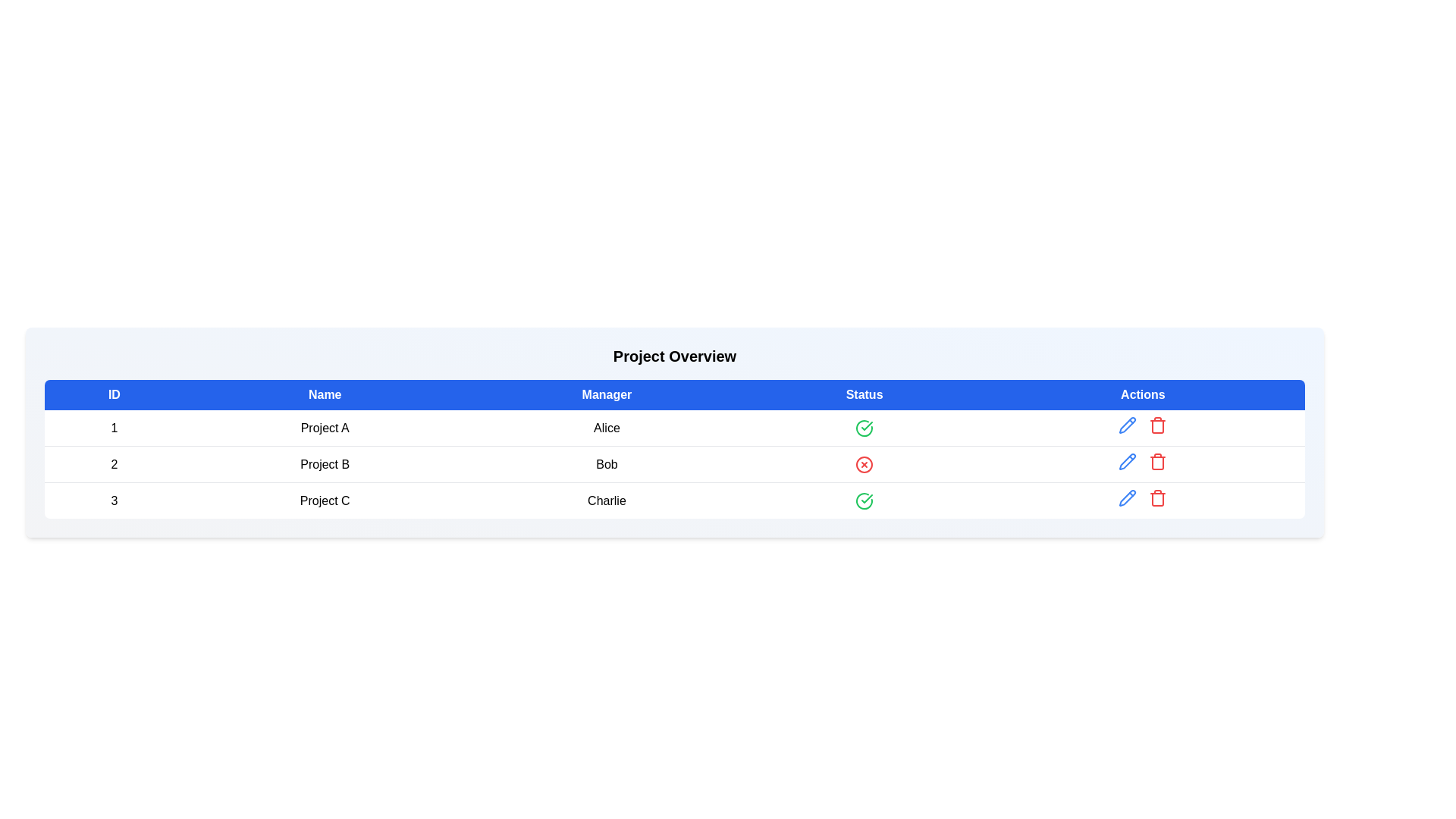 The image size is (1456, 819). What do you see at coordinates (864, 428) in the screenshot?
I see `the project status icon in the third row of the table, indicating a completed or verified project managed by Charlie` at bounding box center [864, 428].